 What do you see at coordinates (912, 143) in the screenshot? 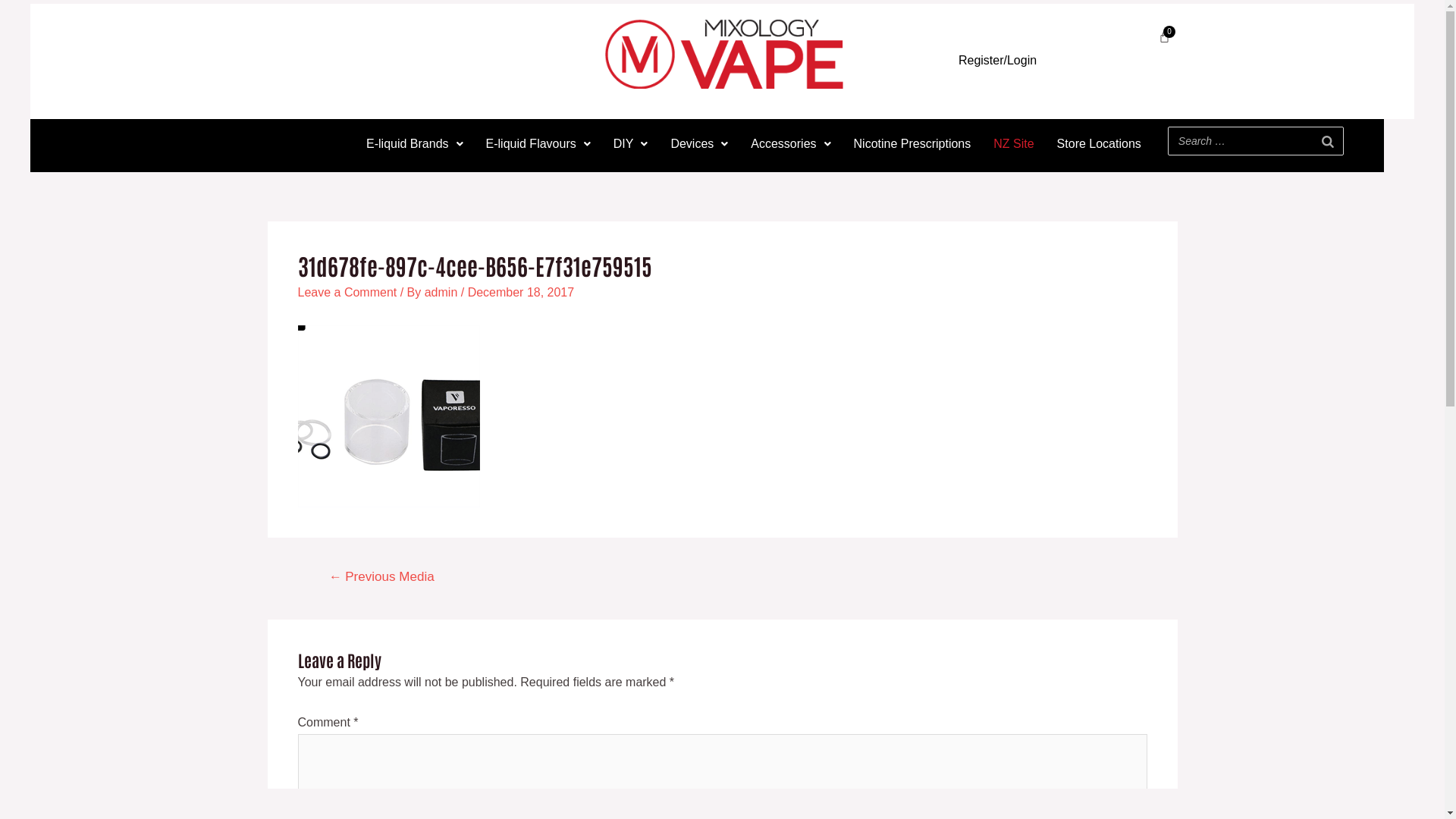
I see `'Nicotine Prescriptions'` at bounding box center [912, 143].